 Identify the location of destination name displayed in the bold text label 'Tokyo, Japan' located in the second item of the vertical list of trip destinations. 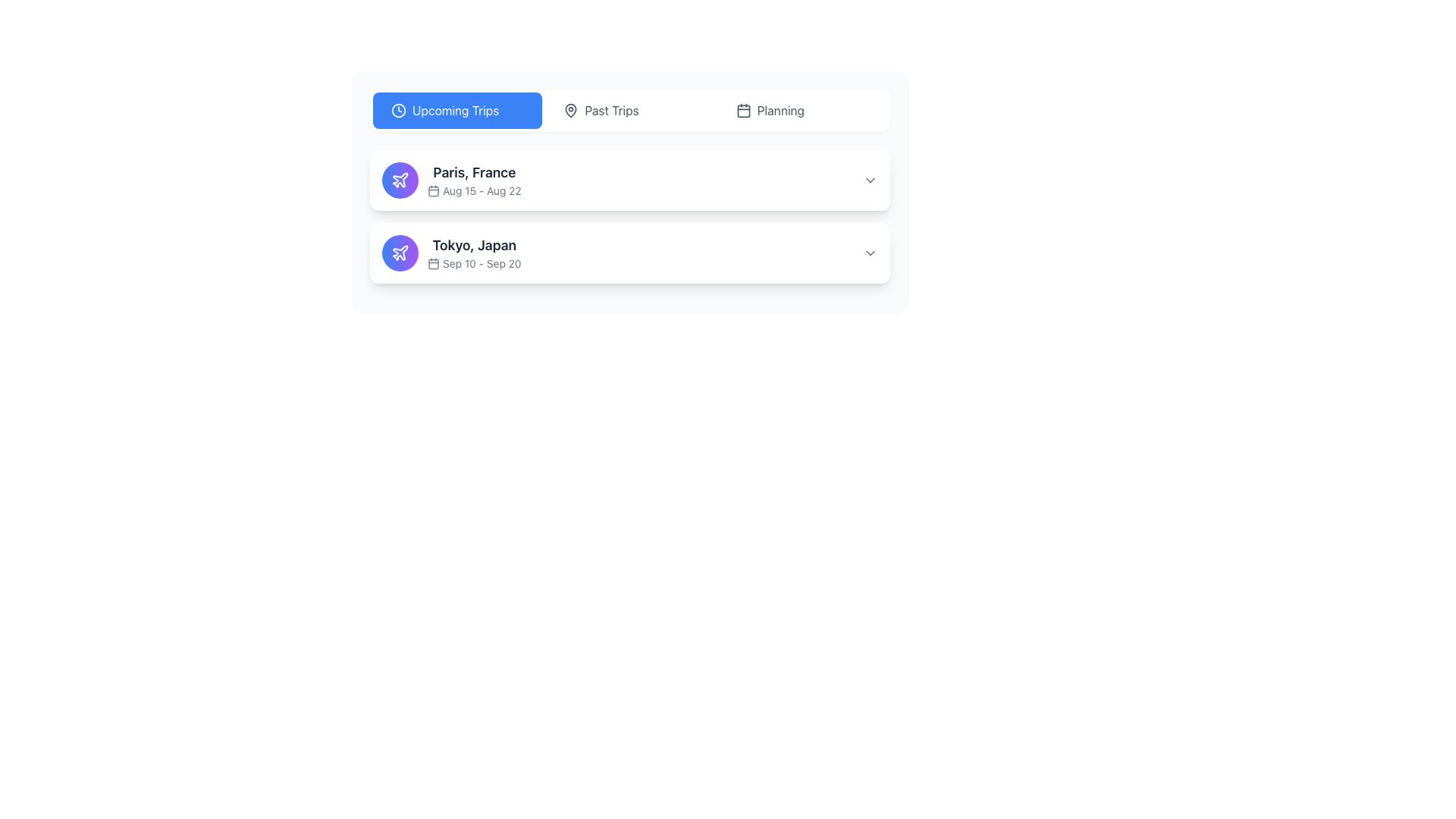
(473, 245).